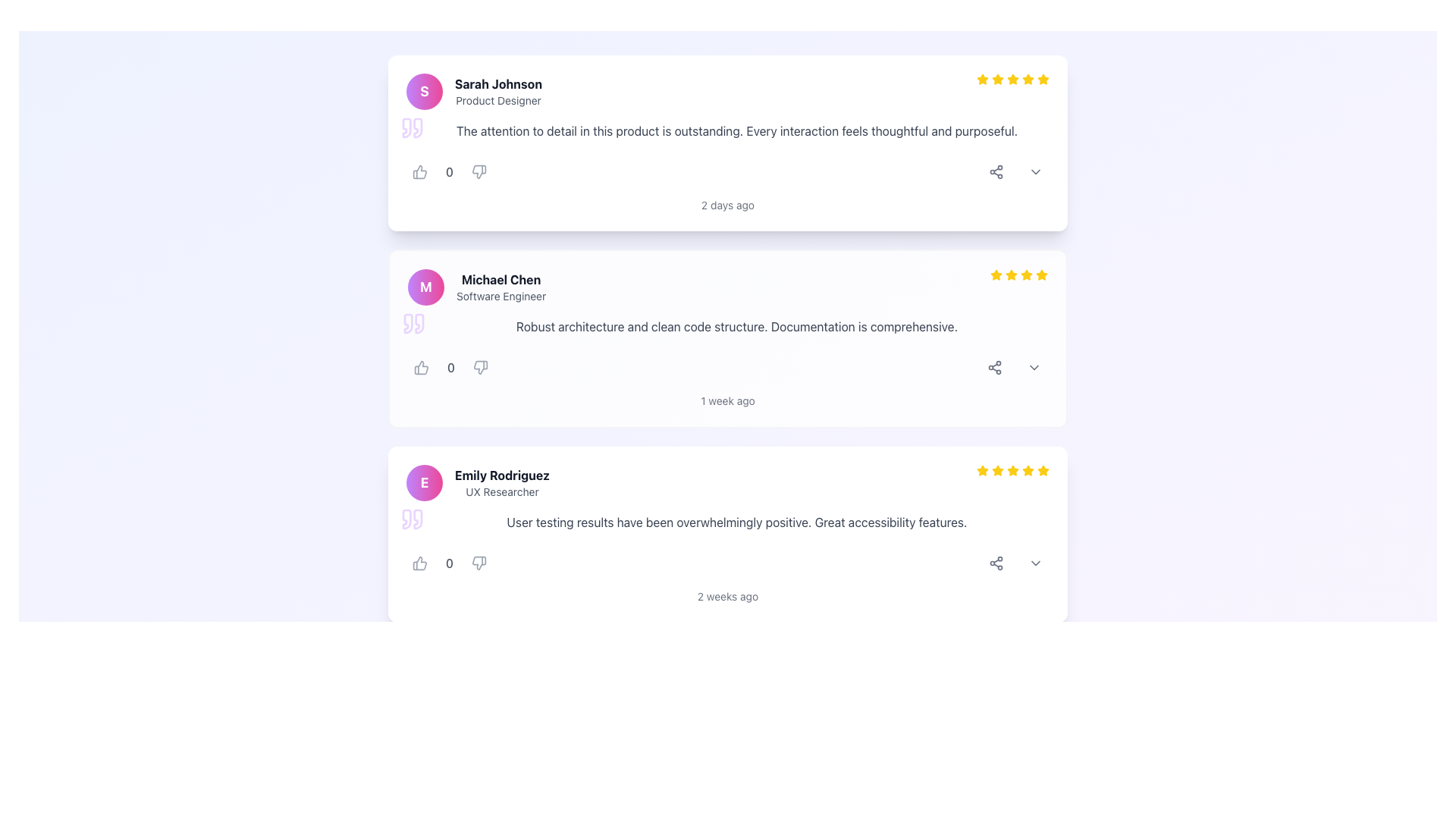 Image resolution: width=1456 pixels, height=819 pixels. What do you see at coordinates (1012, 470) in the screenshot?
I see `the fifth star icon in the row of rating stars located at the top-right corner of the review section to interact with the rating` at bounding box center [1012, 470].